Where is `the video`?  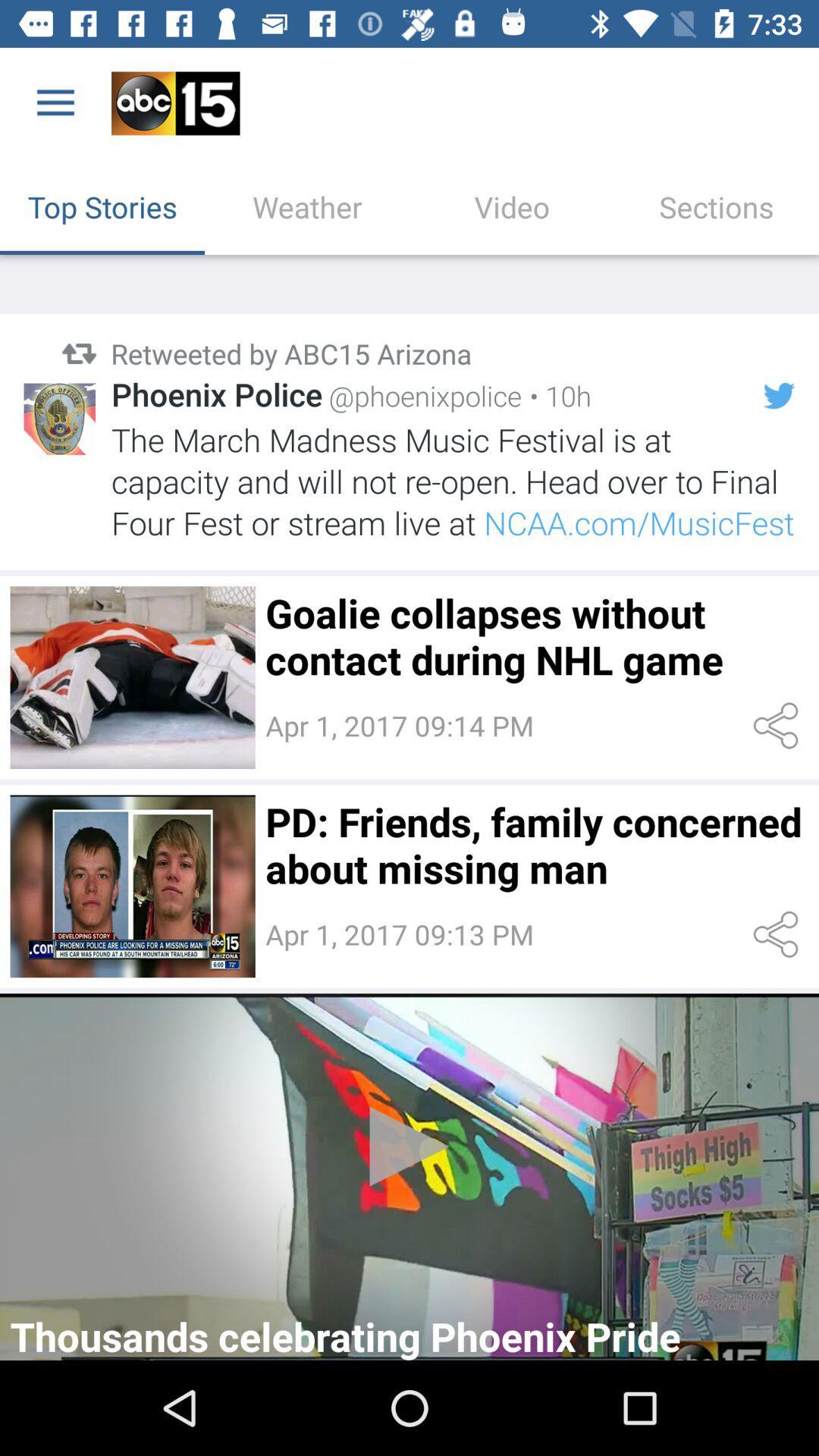 the video is located at coordinates (409, 1176).